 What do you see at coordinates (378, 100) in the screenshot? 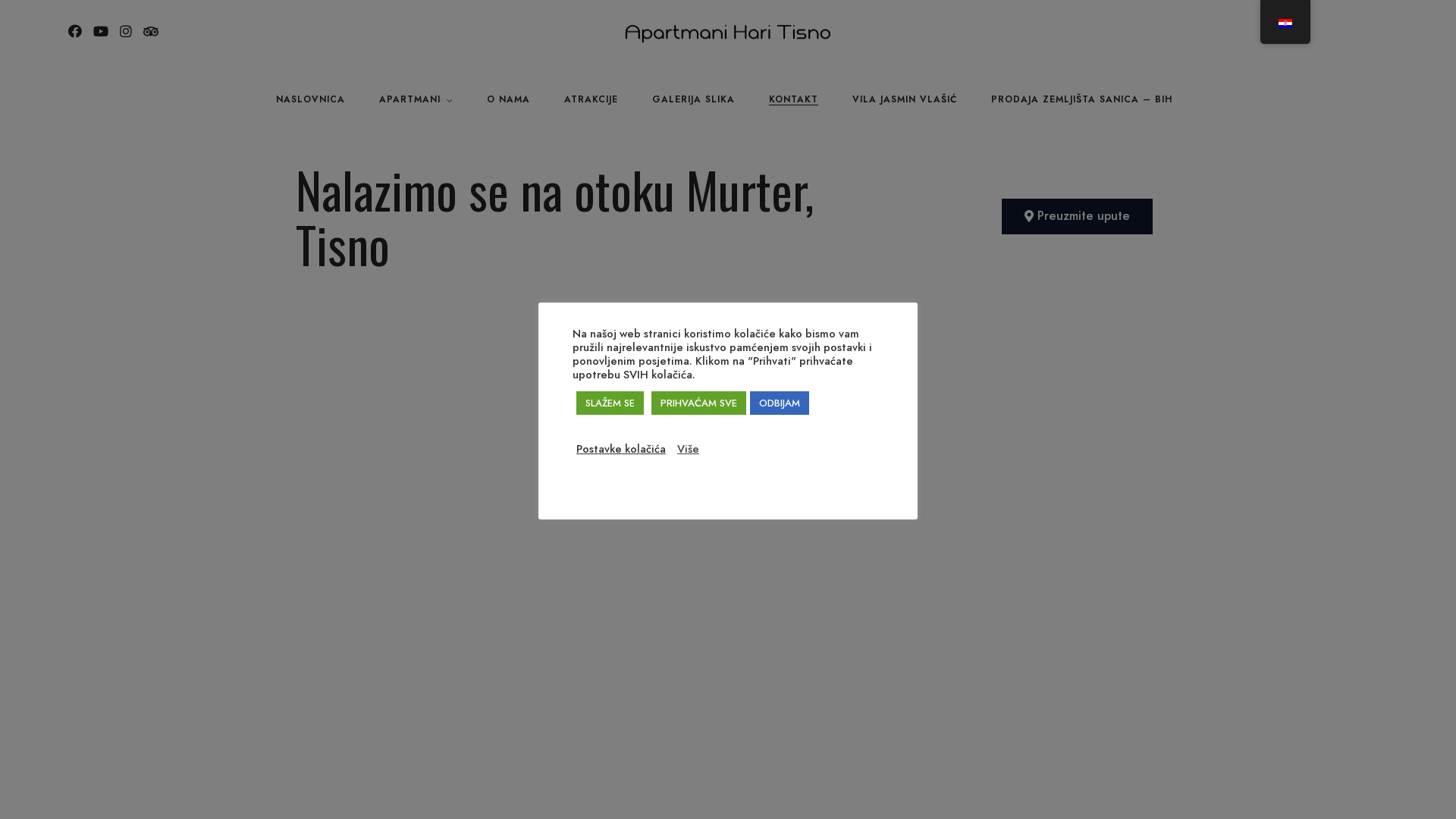
I see `'APARTMANI'` at bounding box center [378, 100].